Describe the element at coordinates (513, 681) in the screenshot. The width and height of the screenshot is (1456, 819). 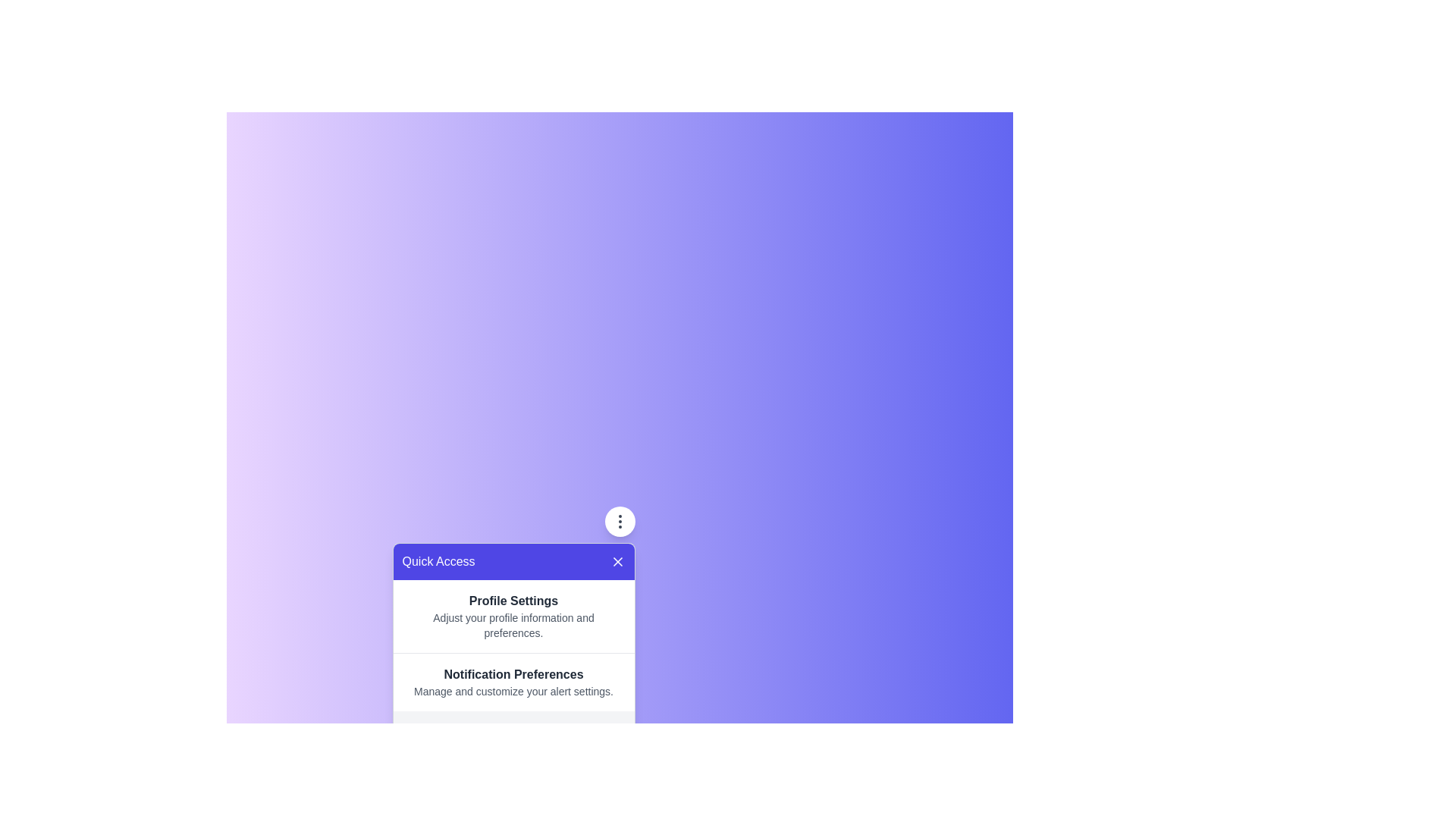
I see `the 'Notification Preferences' informational text grouping, which includes a bold title and a description, to trigger hover effects` at that location.